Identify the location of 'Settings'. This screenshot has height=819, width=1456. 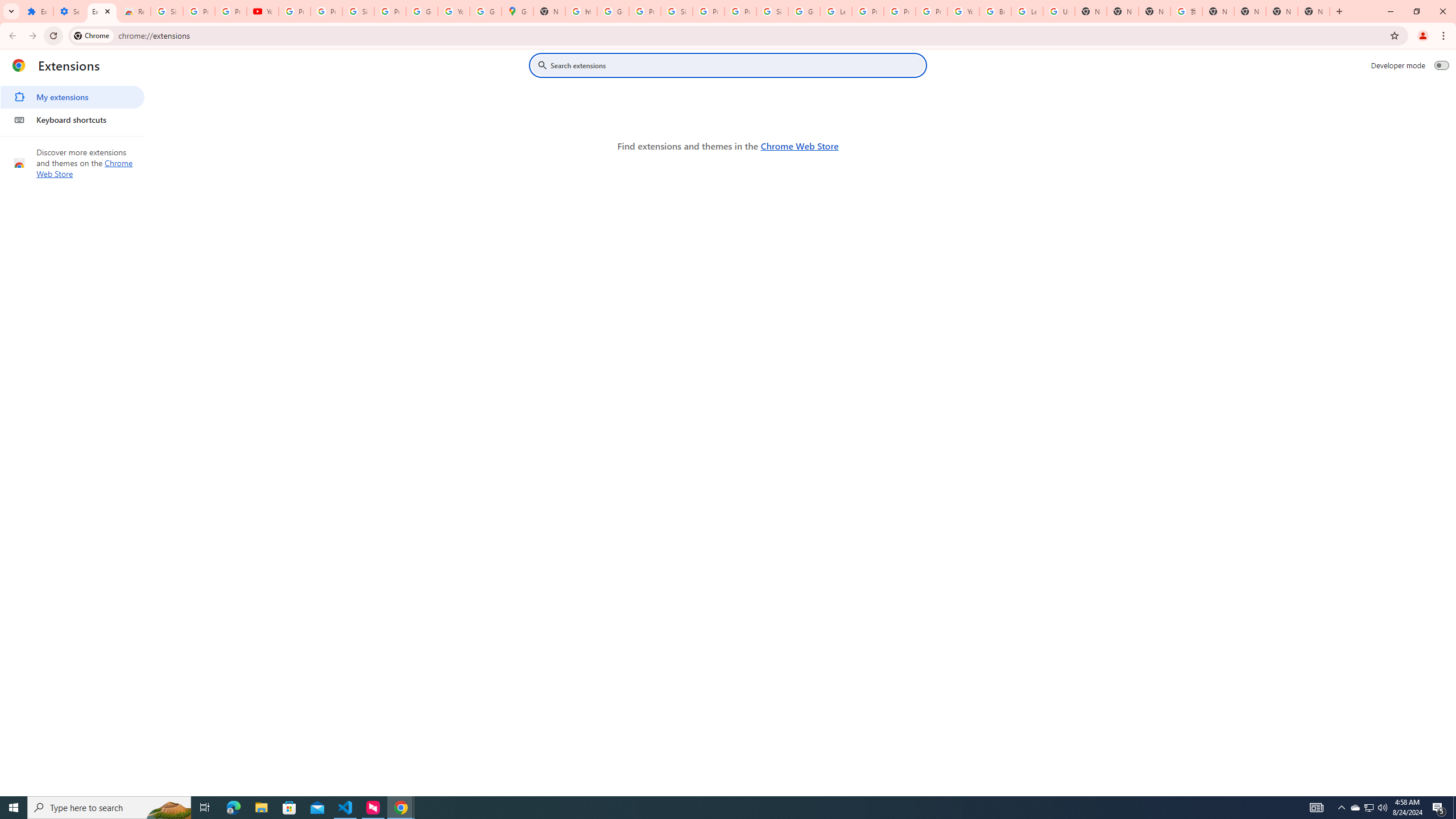
(69, 11).